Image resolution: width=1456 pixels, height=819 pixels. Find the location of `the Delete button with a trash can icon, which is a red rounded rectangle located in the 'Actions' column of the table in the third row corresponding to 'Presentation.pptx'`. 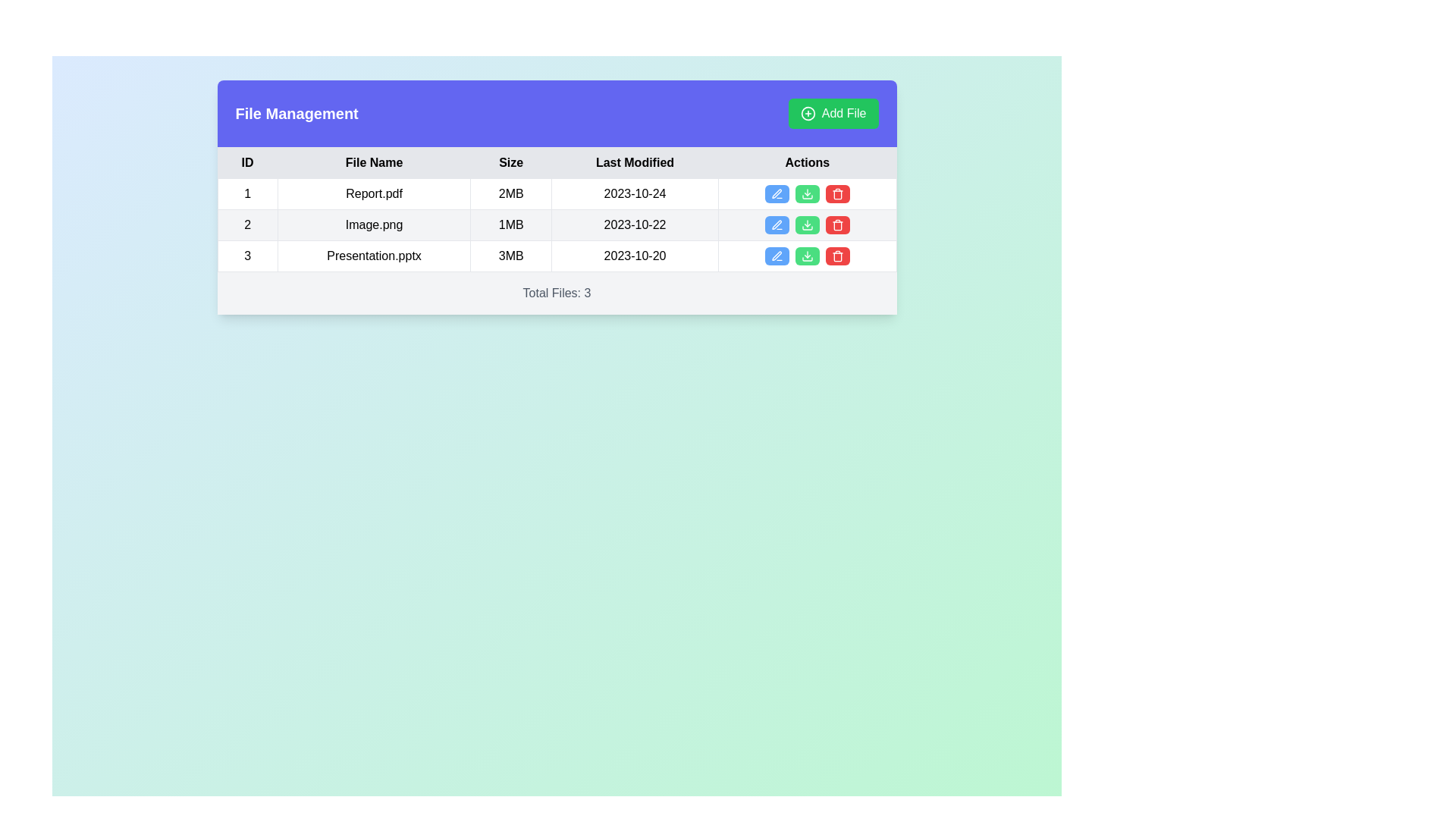

the Delete button with a trash can icon, which is a red rounded rectangle located in the 'Actions' column of the table in the third row corresponding to 'Presentation.pptx' is located at coordinates (836, 256).